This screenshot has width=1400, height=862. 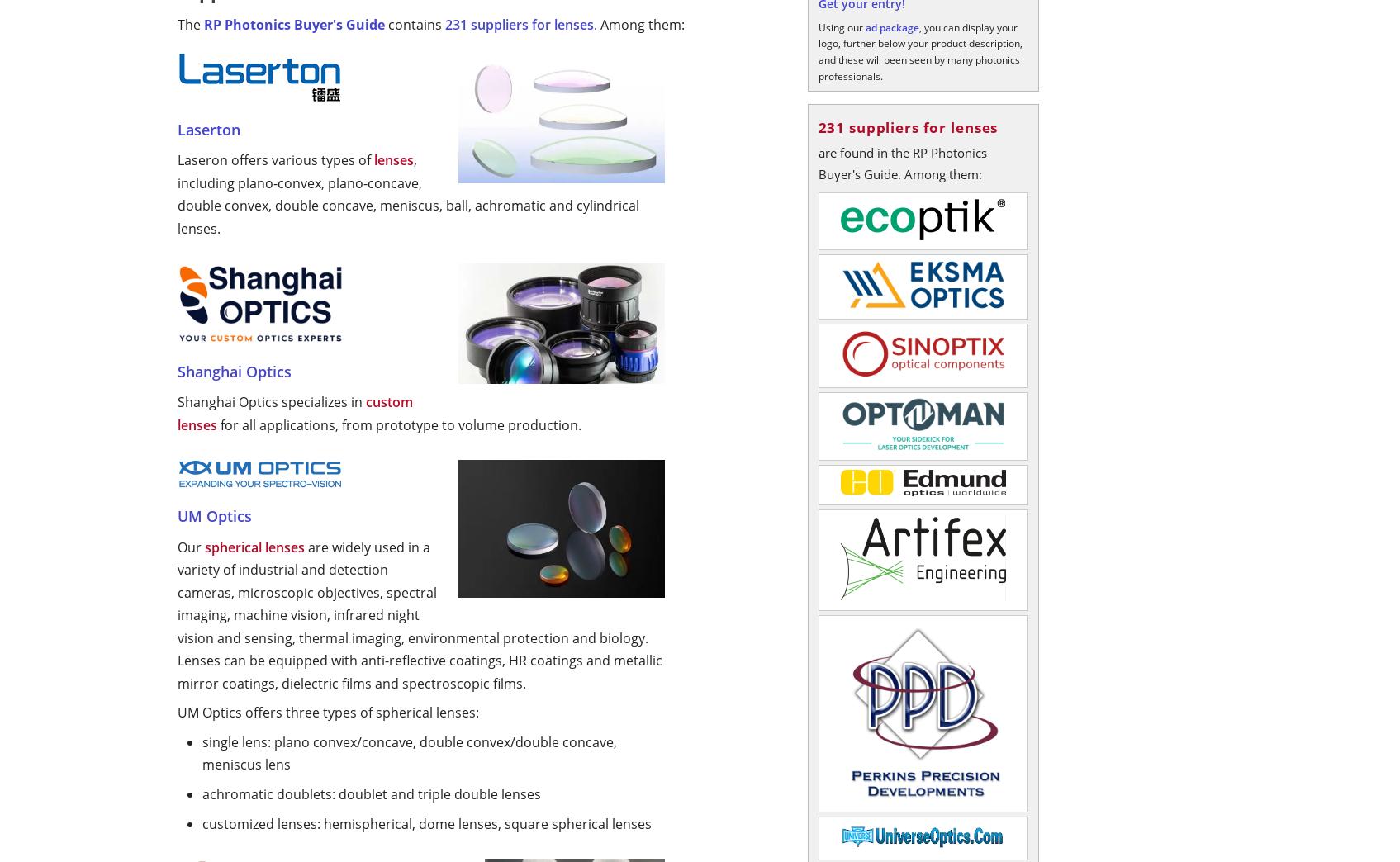 I want to click on 'Shanghai Optics specializes in', so click(x=270, y=402).